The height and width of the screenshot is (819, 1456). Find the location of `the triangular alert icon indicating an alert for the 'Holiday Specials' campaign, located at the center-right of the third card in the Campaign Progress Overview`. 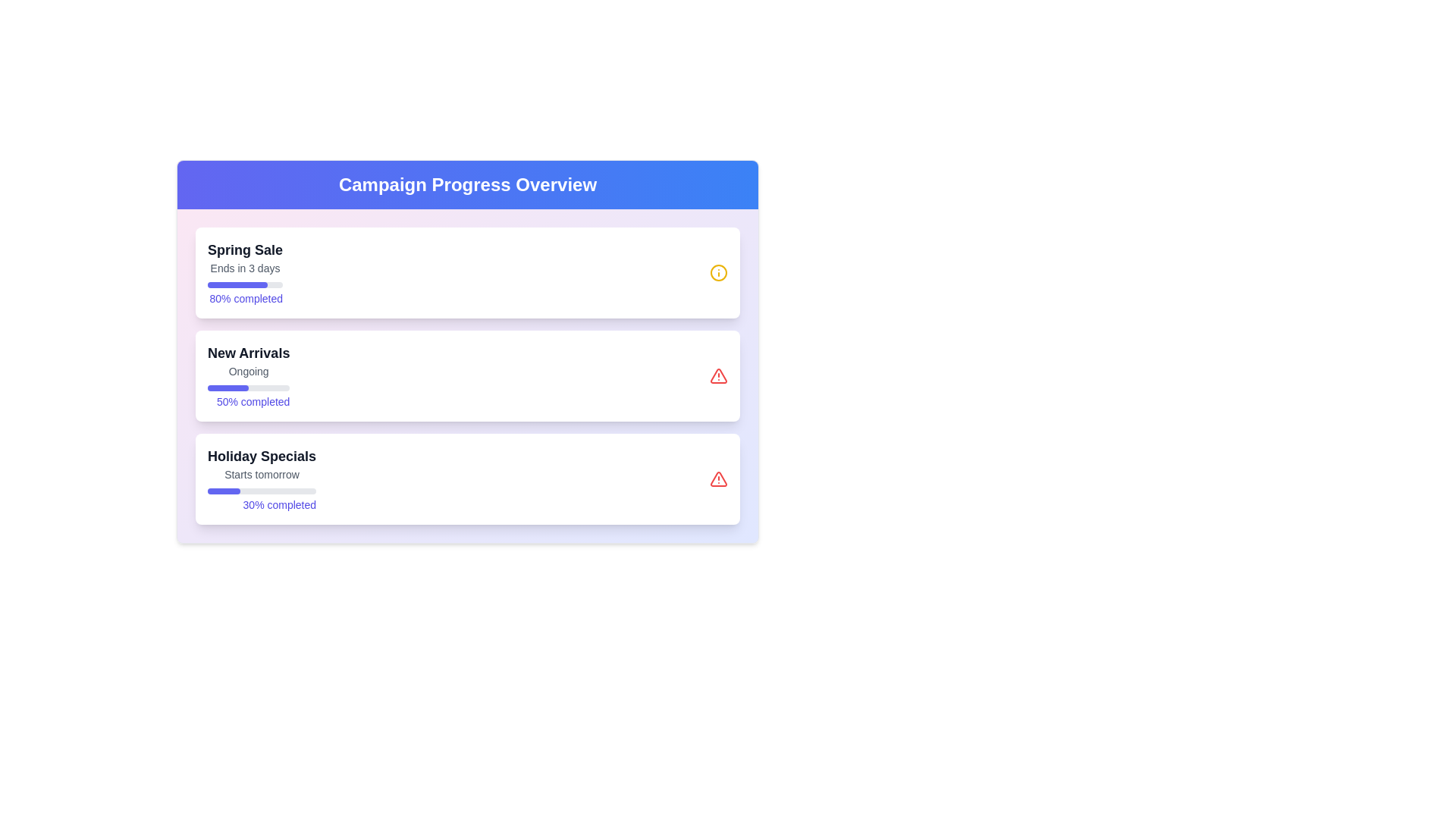

the triangular alert icon indicating an alert for the 'Holiday Specials' campaign, located at the center-right of the third card in the Campaign Progress Overview is located at coordinates (717, 375).